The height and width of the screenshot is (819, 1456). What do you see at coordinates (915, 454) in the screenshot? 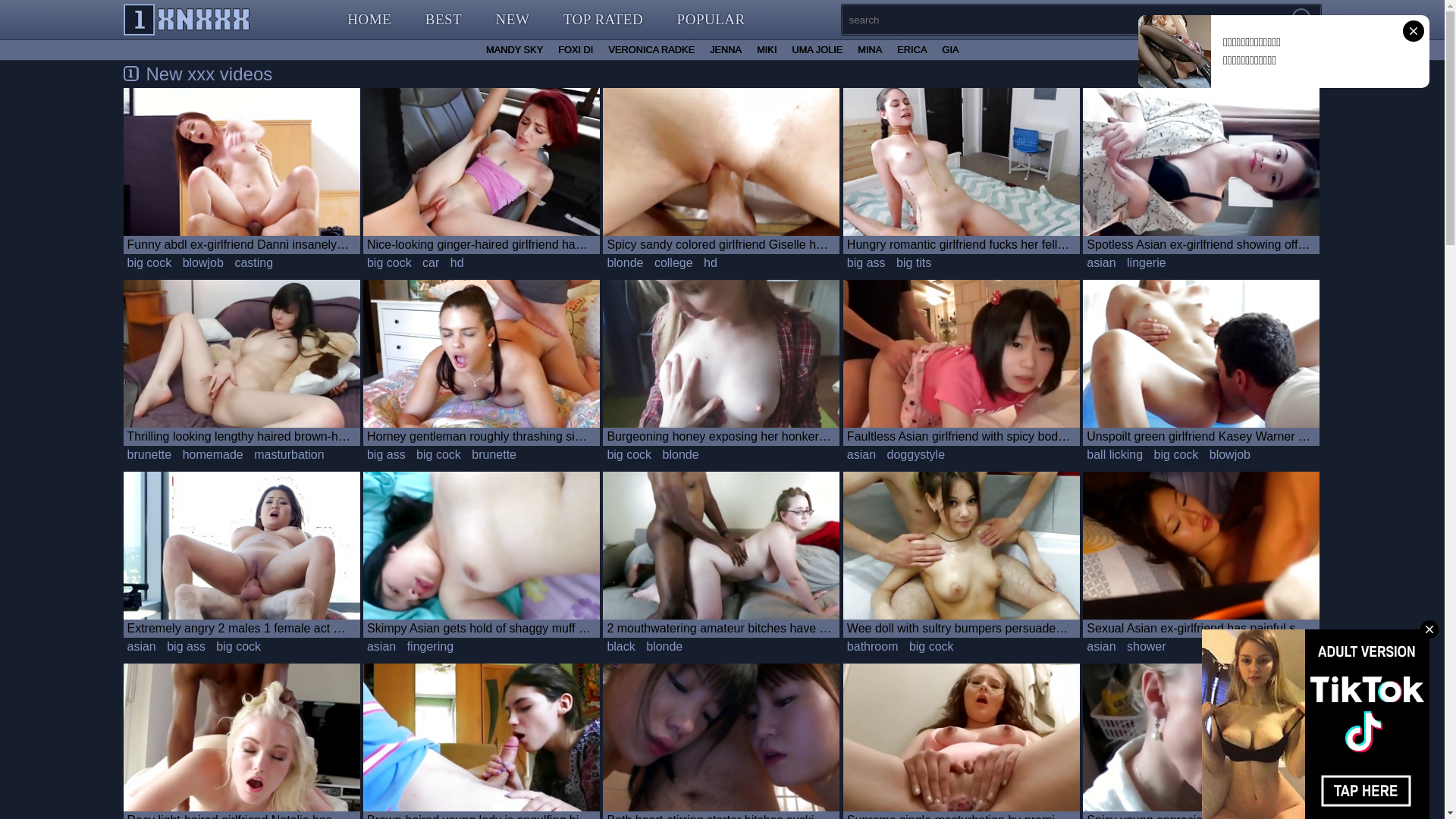
I see `'doggystyle'` at bounding box center [915, 454].